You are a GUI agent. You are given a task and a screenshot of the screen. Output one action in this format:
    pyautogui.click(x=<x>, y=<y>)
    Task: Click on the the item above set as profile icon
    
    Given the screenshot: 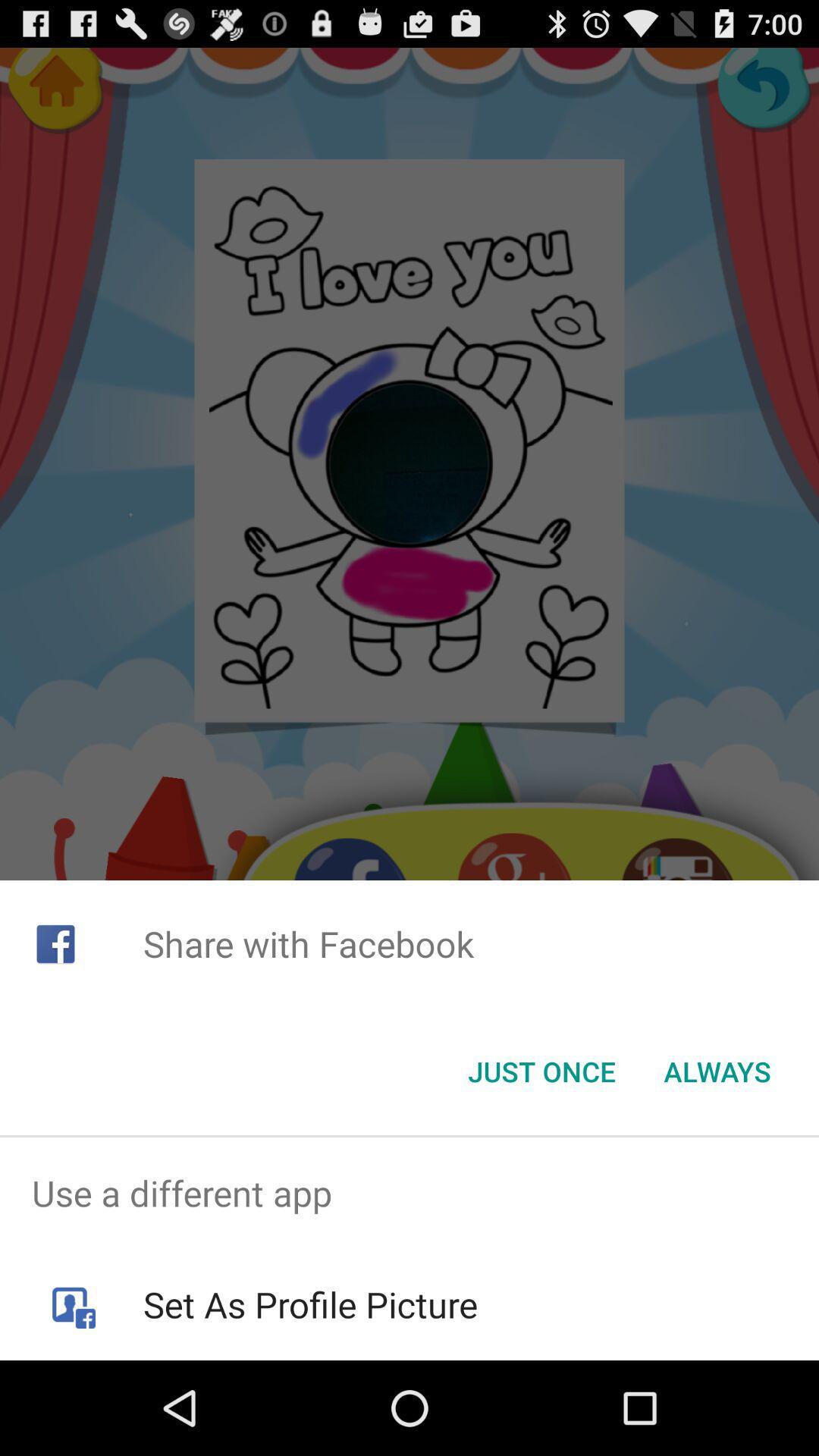 What is the action you would take?
    pyautogui.click(x=409, y=1192)
    